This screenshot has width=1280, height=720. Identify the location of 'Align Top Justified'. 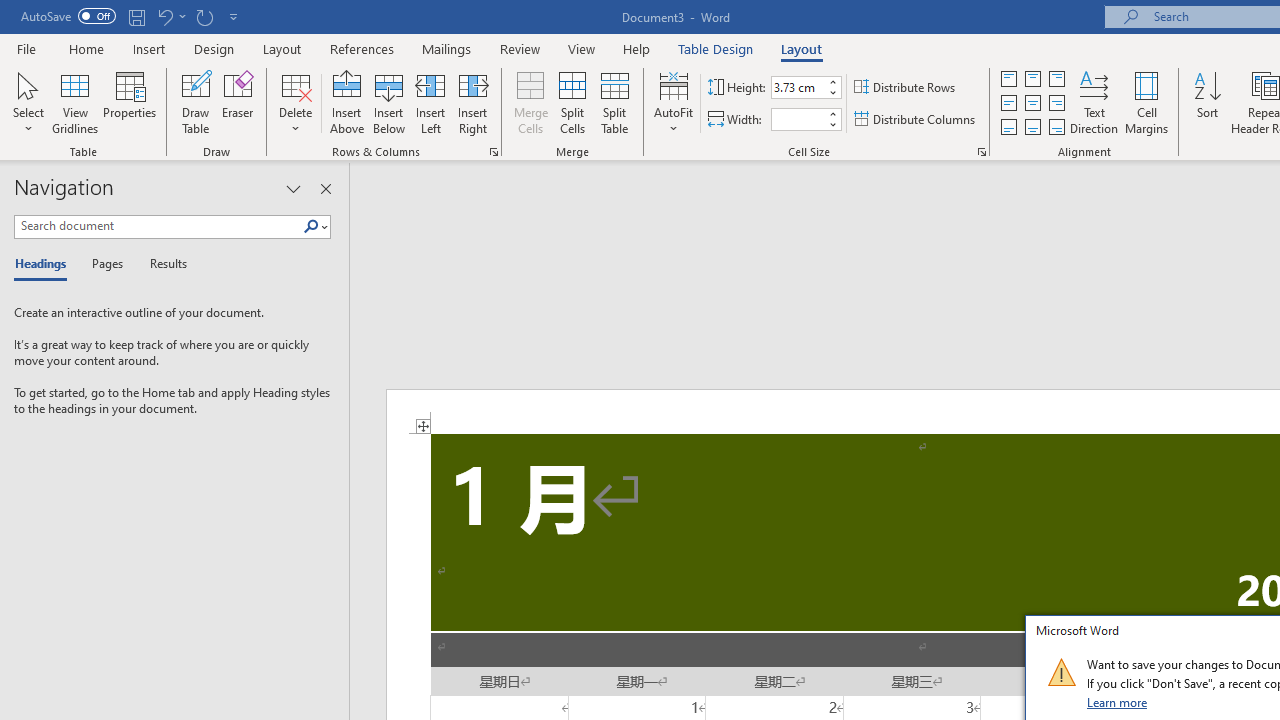
(1009, 78).